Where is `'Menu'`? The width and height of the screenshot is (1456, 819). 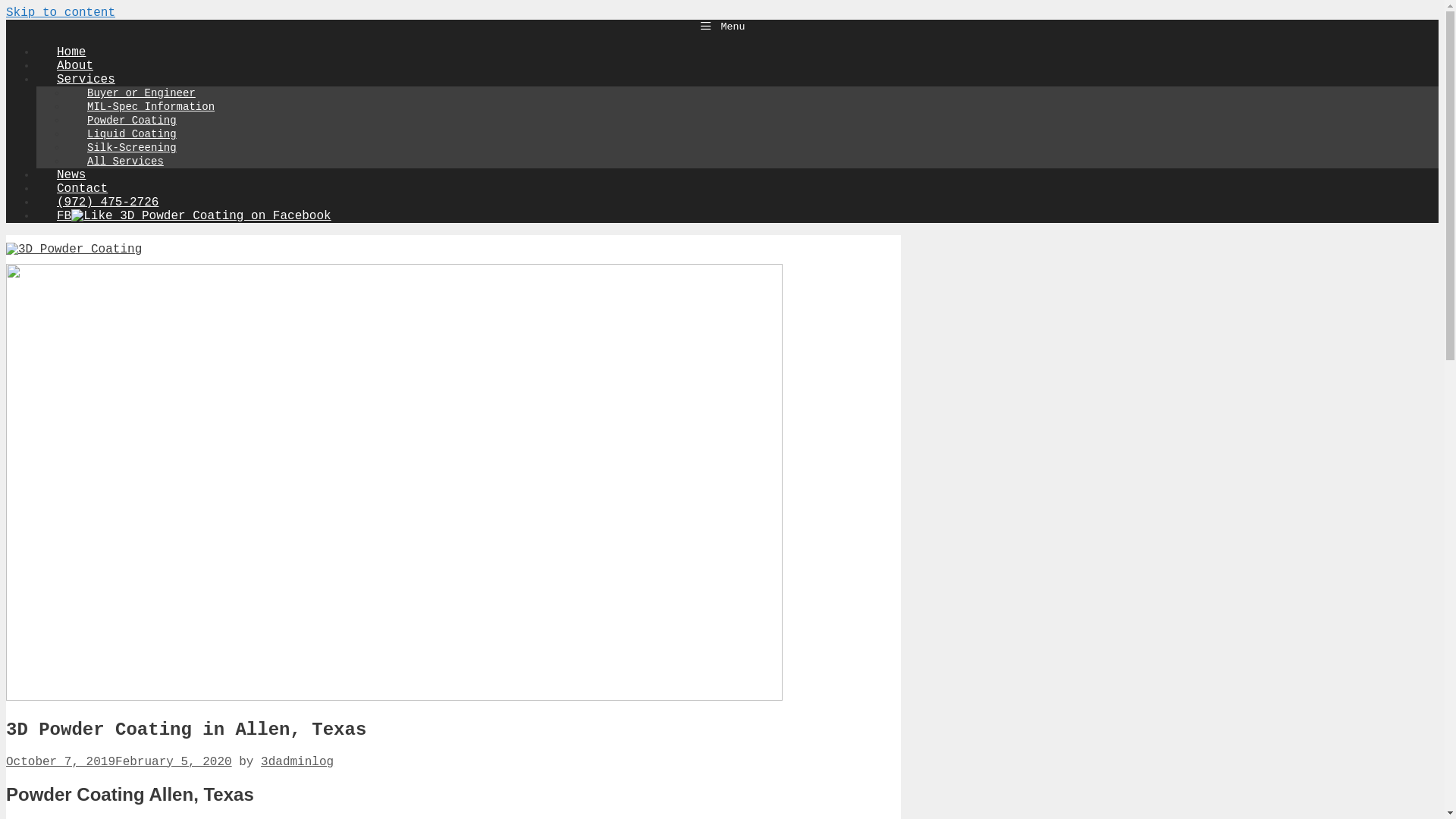
'Menu' is located at coordinates (721, 26).